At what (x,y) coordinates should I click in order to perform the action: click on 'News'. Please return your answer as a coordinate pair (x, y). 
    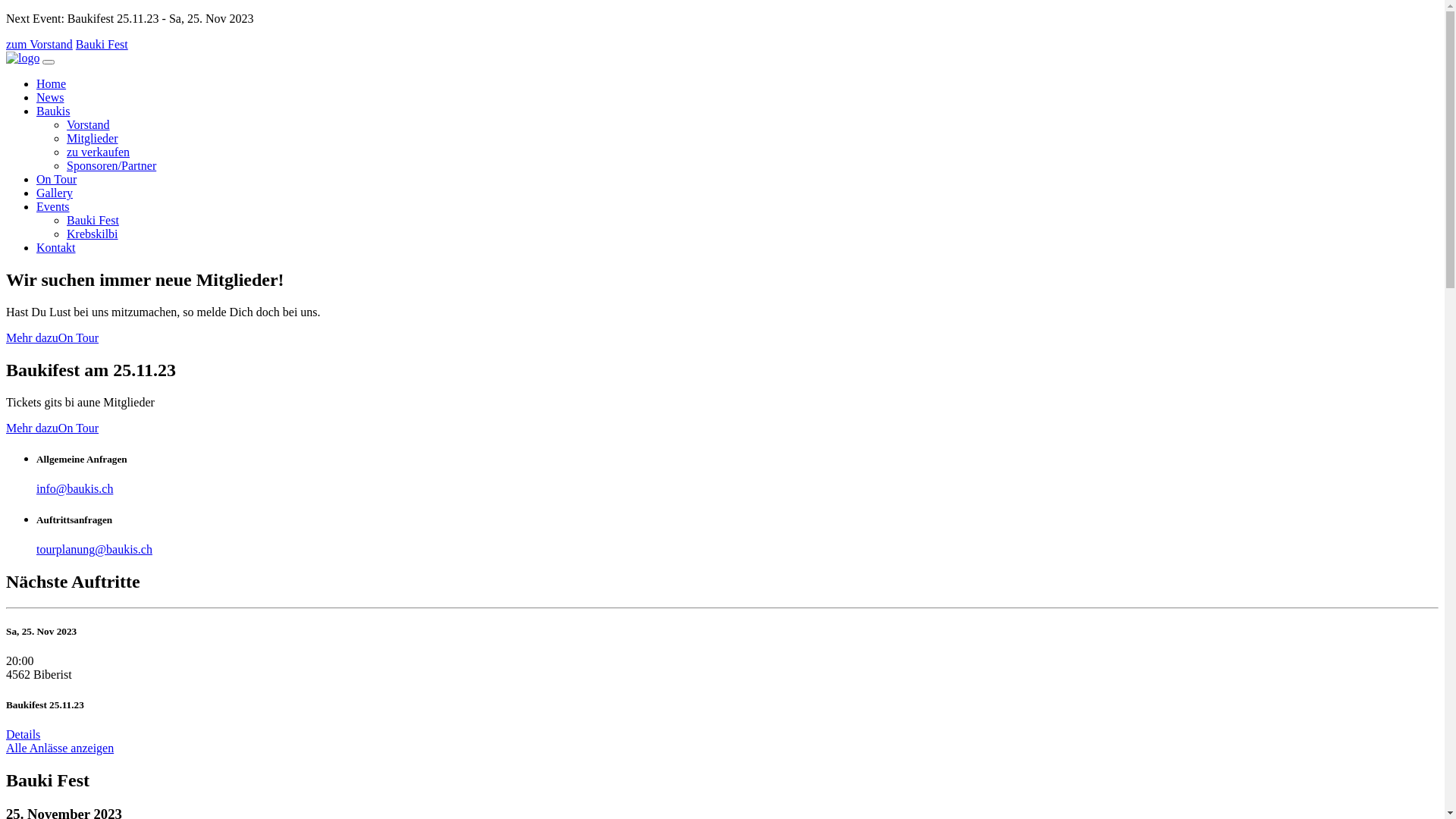
    Looking at the image, I should click on (50, 97).